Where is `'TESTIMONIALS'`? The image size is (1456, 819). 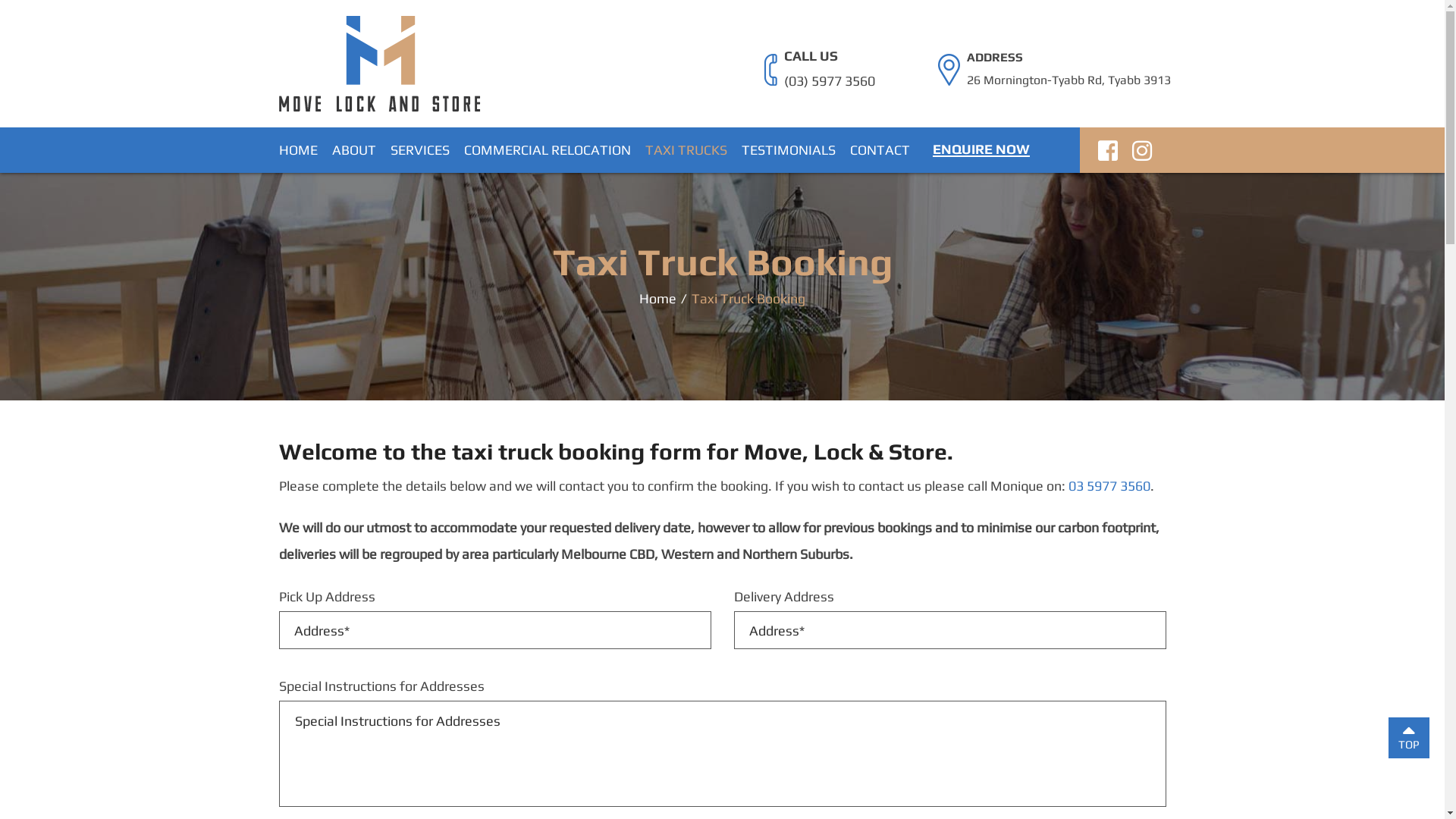
'TESTIMONIALS' is located at coordinates (789, 149).